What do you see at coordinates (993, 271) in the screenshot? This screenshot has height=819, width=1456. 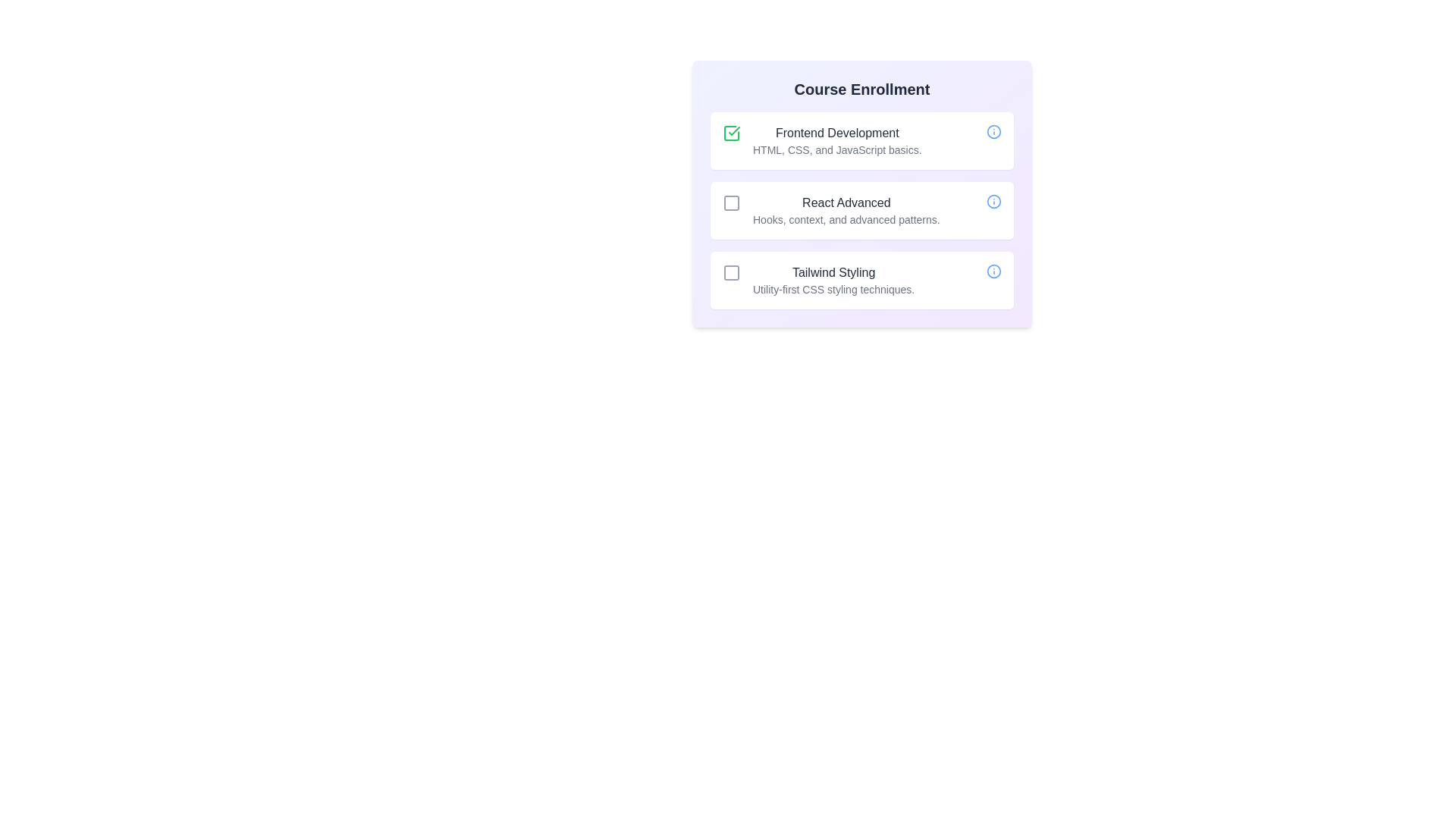 I see `the blue and white circular information icon located at the far right of the 'Tailwind Styling' course item` at bounding box center [993, 271].